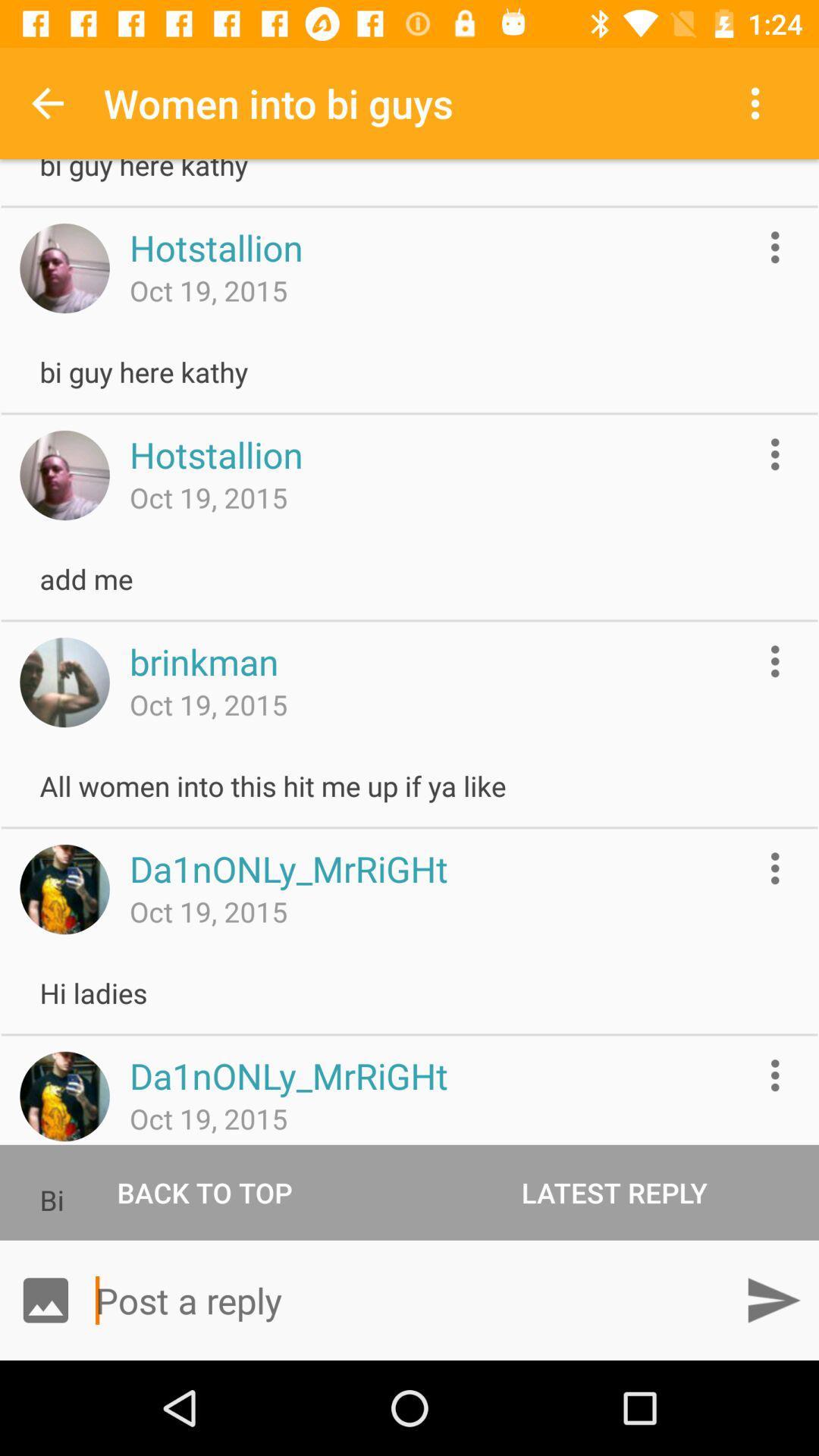 This screenshot has width=819, height=1456. What do you see at coordinates (759, 102) in the screenshot?
I see `the app to the right of the women into bi item` at bounding box center [759, 102].